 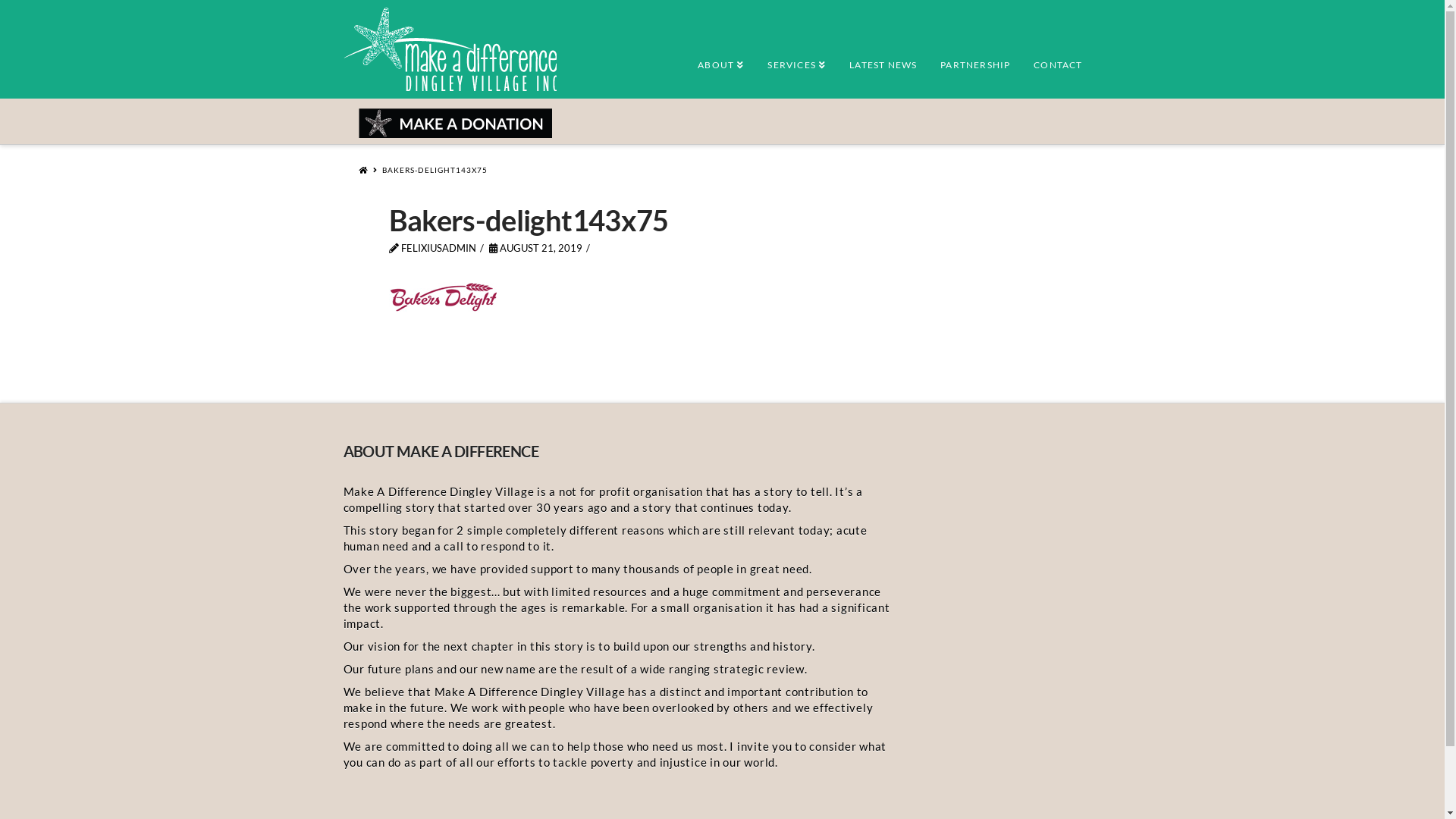 What do you see at coordinates (882, 55) in the screenshot?
I see `'LATEST NEWS'` at bounding box center [882, 55].